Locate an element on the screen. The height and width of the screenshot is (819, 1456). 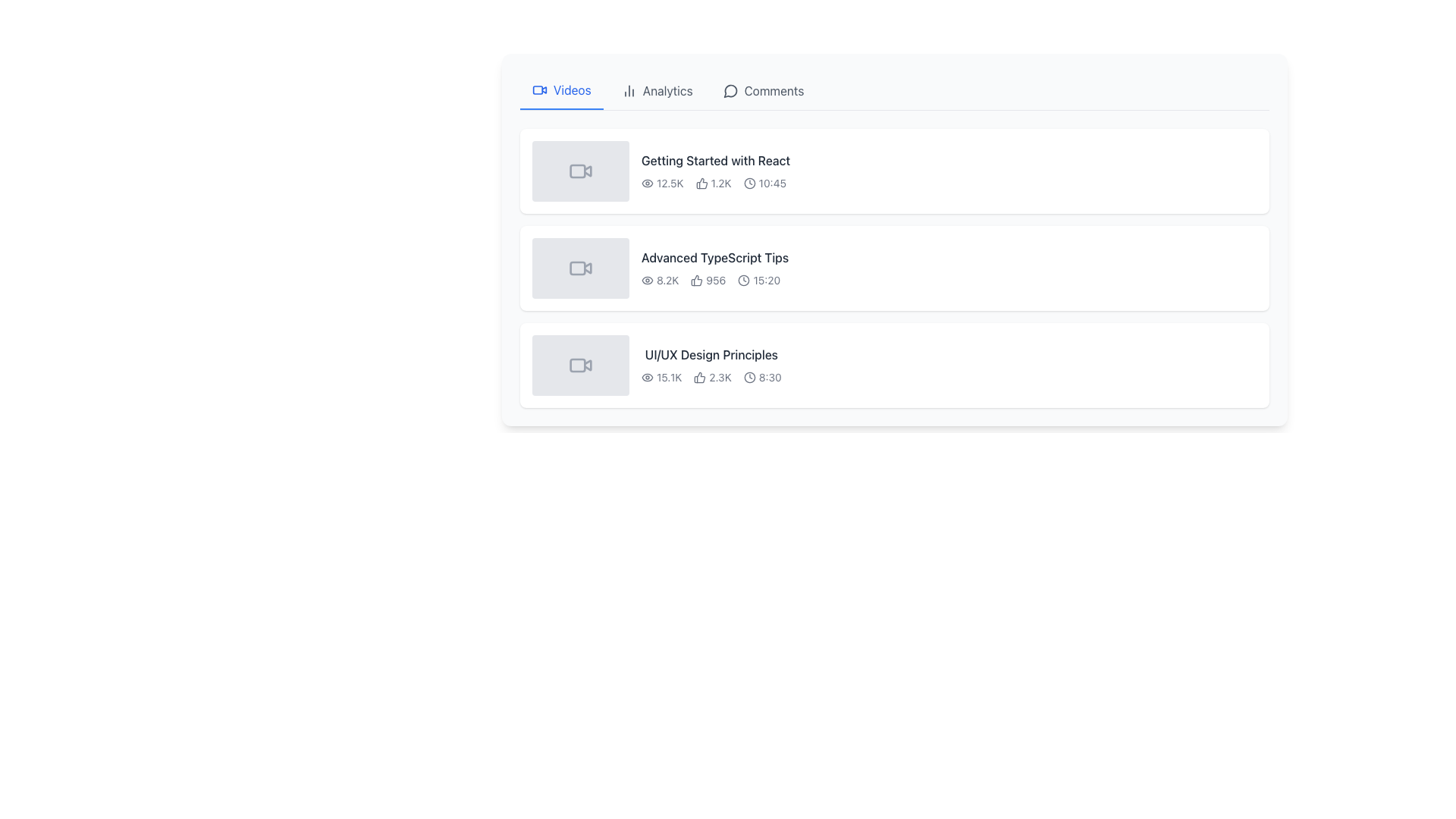
the clock icon located to the right of the video titled 'UI/UX Design Principles', which serves as a visual indicator for the timestamp '8:30' is located at coordinates (749, 376).